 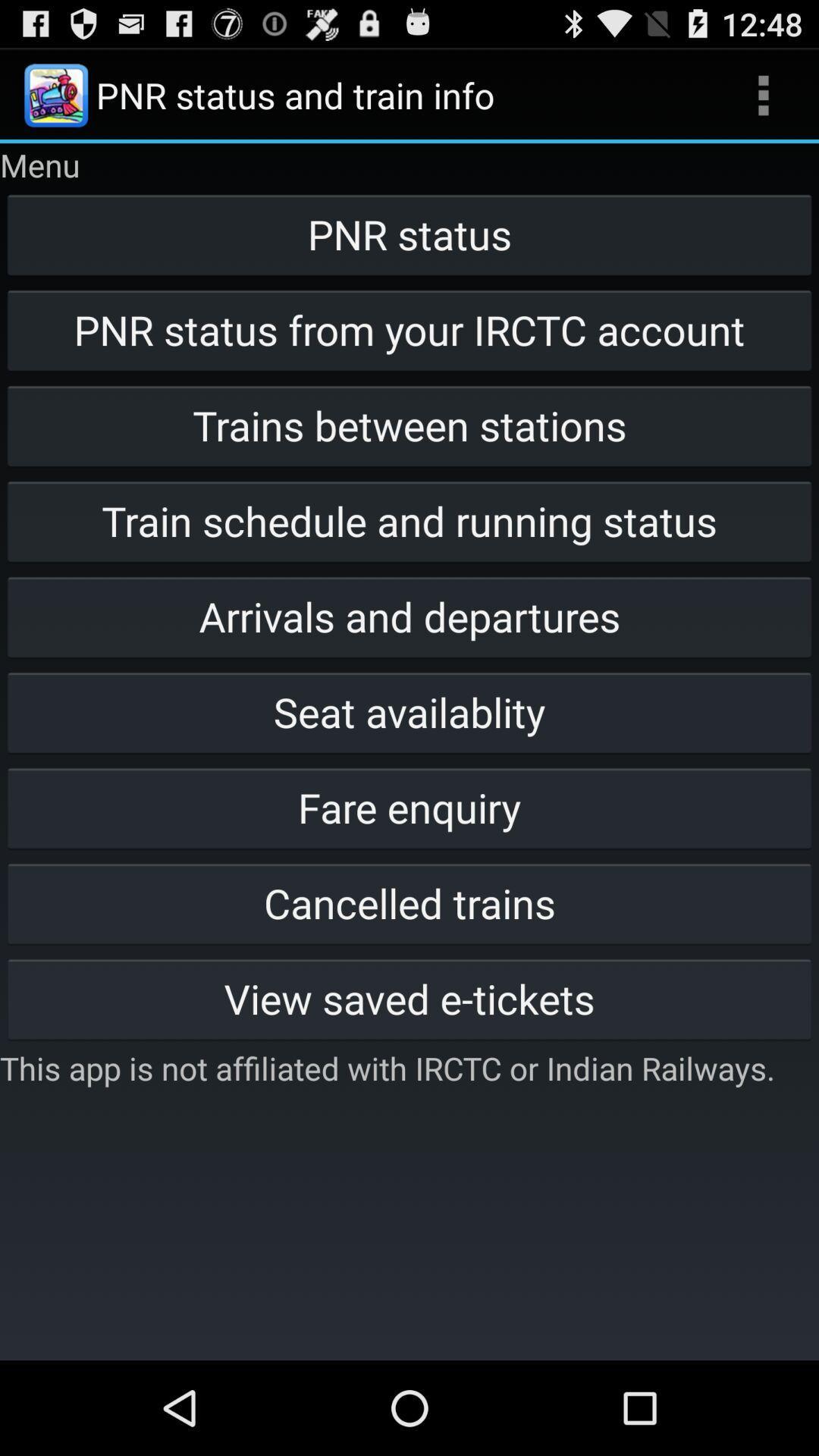 I want to click on view saved e item, so click(x=409, y=998).